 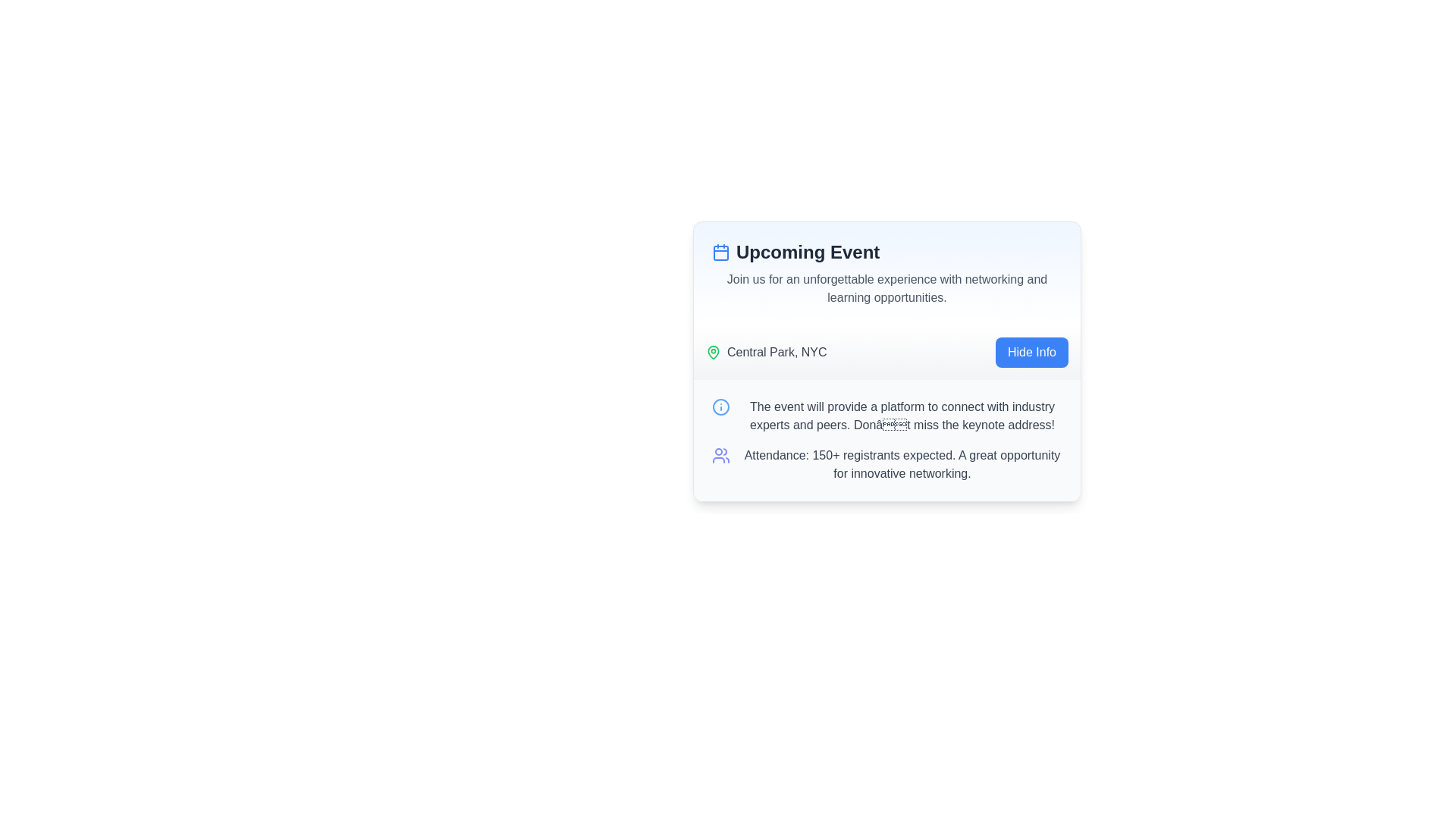 What do you see at coordinates (720, 455) in the screenshot?
I see `the indigo-blue group of people icon, which is positioned to the left of the text 'Attendance: 150+ registrants expected...' and aligned slightly above its center` at bounding box center [720, 455].